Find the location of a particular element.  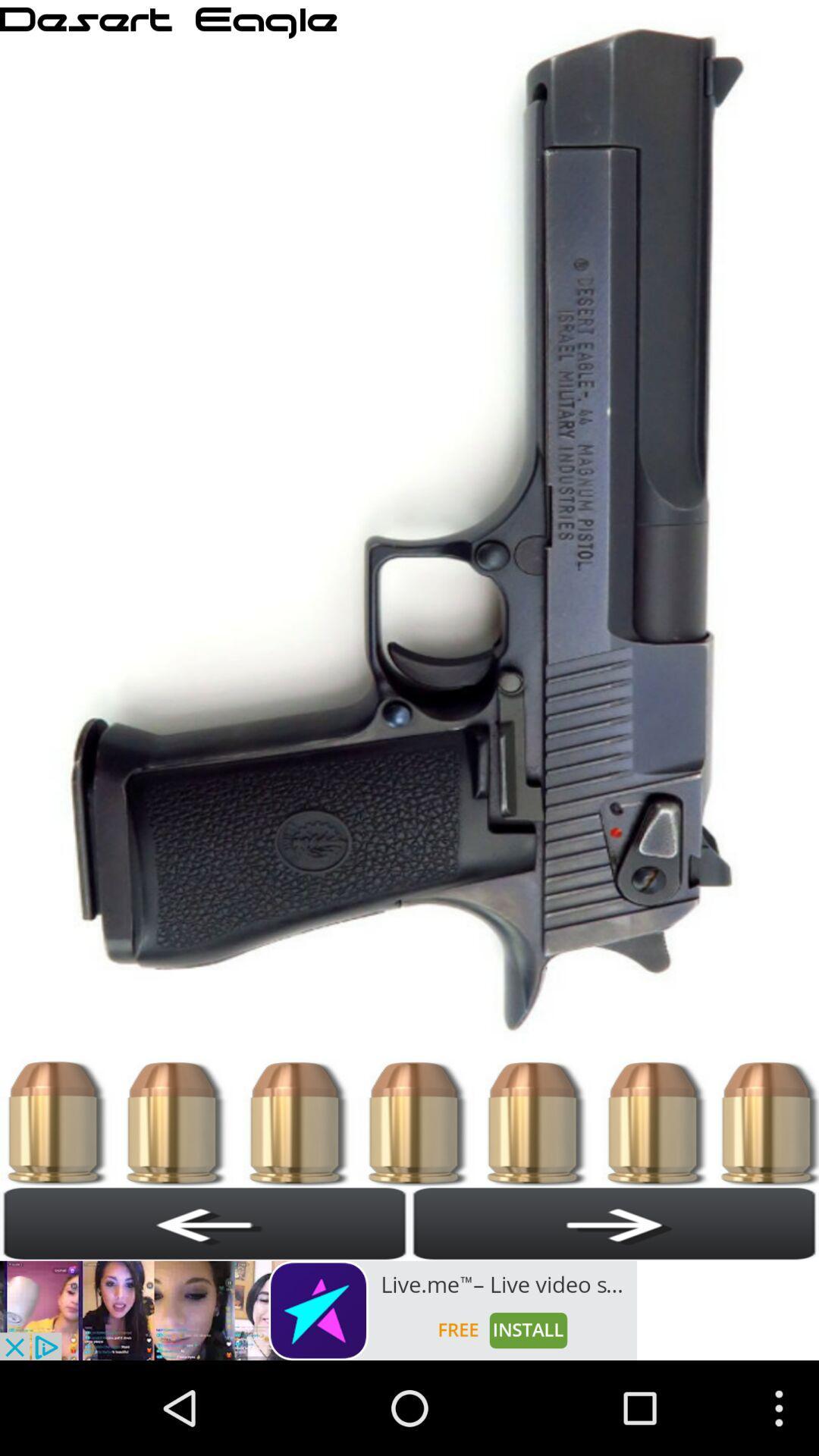

go back is located at coordinates (205, 1223).